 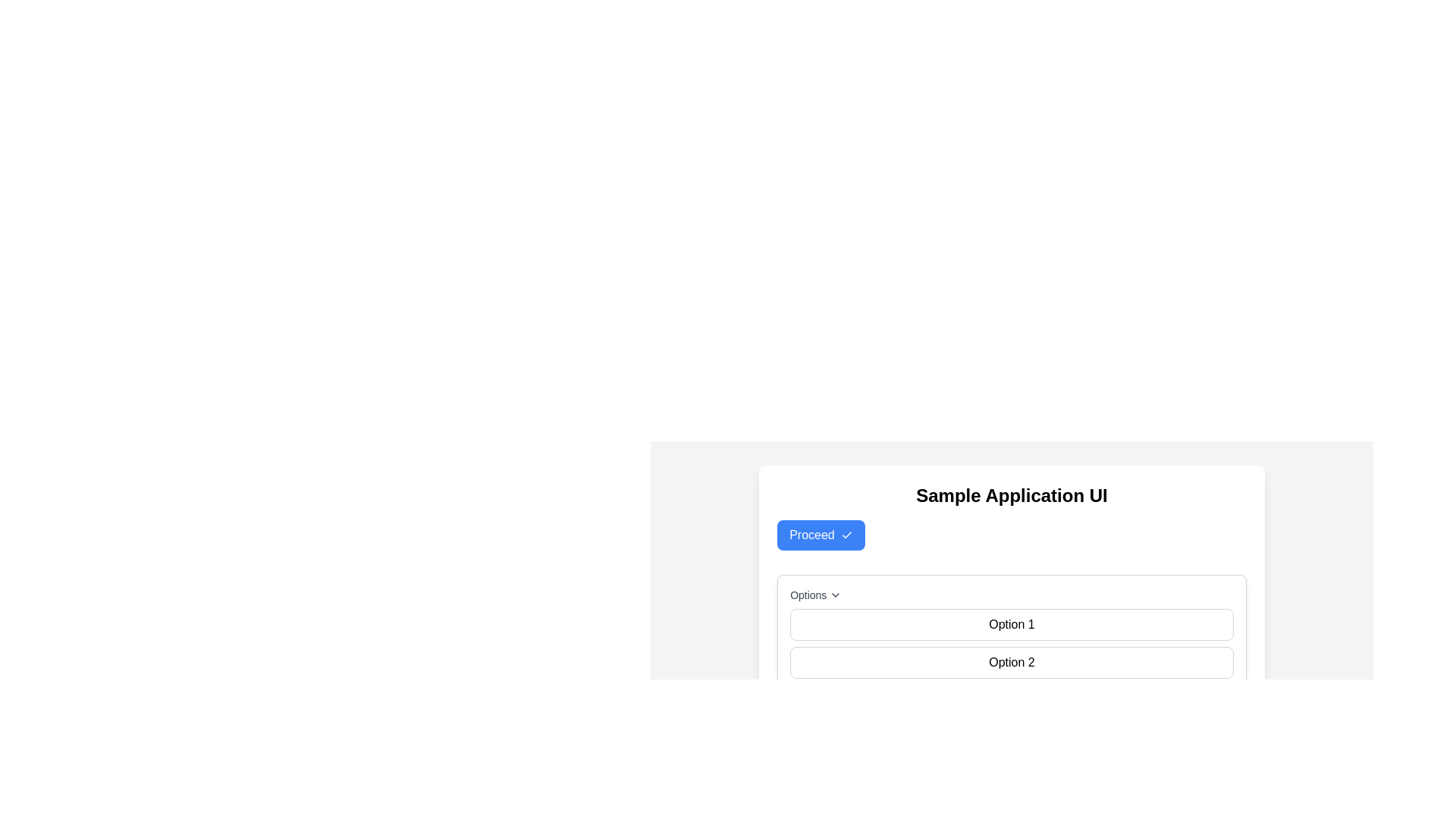 What do you see at coordinates (1012, 595) in the screenshot?
I see `the Dropdown Label element that indicates the currently selected option and triggers the dropdown menu` at bounding box center [1012, 595].